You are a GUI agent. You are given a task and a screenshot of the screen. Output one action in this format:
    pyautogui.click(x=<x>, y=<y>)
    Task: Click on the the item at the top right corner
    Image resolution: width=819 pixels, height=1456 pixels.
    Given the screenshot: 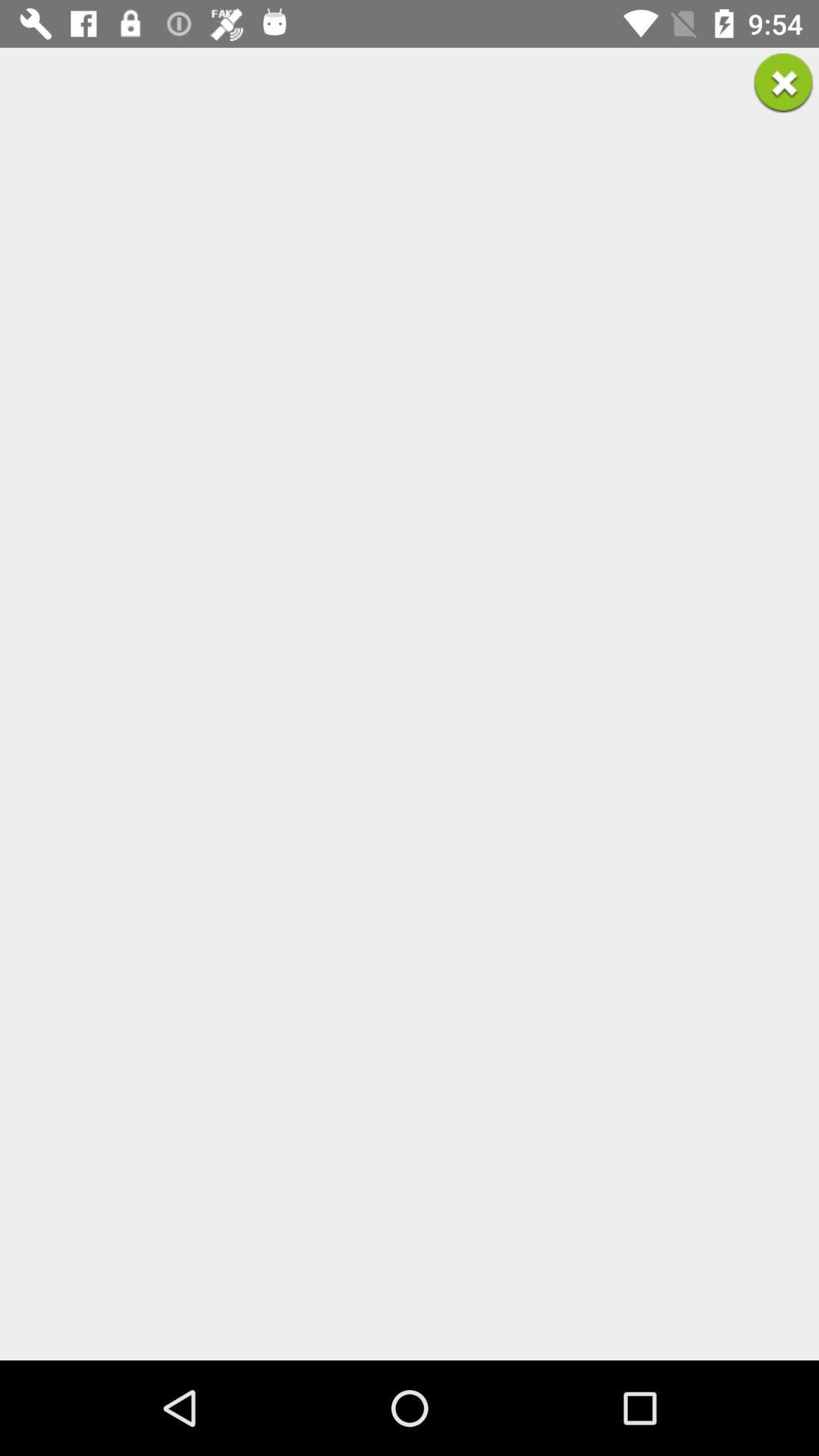 What is the action you would take?
    pyautogui.click(x=783, y=82)
    